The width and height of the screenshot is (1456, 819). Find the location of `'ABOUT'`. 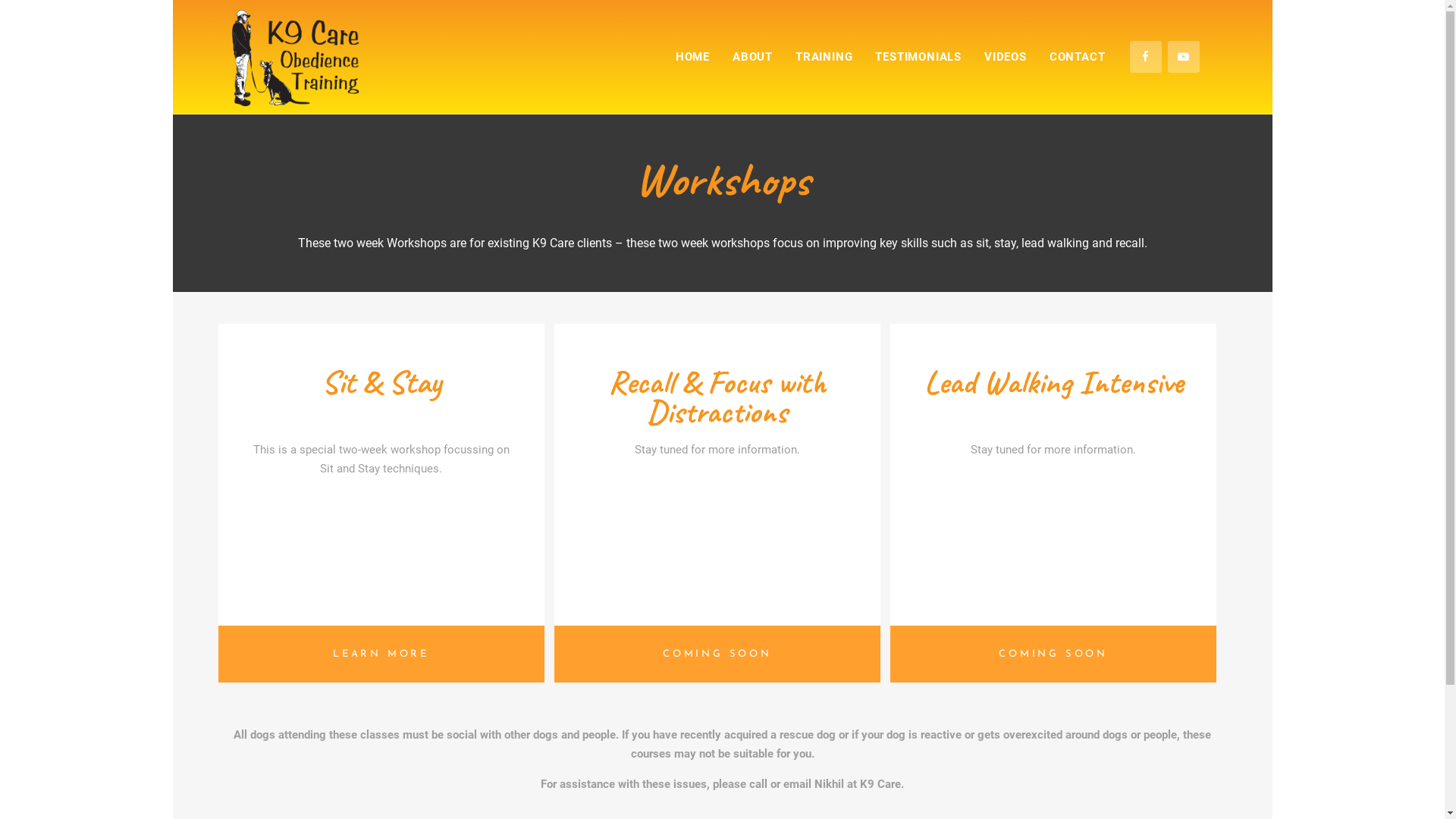

'ABOUT' is located at coordinates (752, 55).